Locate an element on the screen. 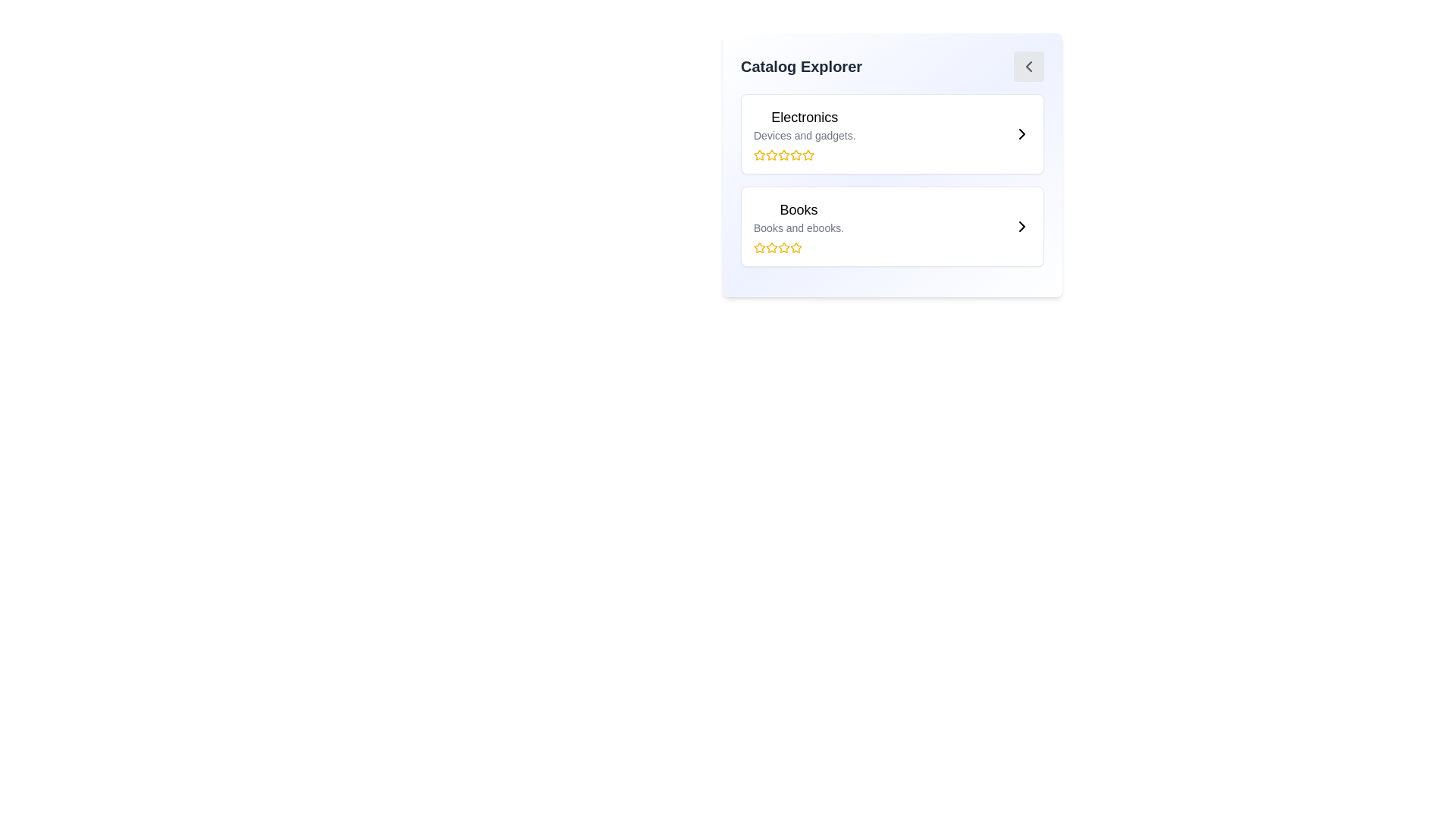 This screenshot has height=819, width=1456. the second star-shaped icon in the rating system below the 'Electronics' title is located at coordinates (771, 155).